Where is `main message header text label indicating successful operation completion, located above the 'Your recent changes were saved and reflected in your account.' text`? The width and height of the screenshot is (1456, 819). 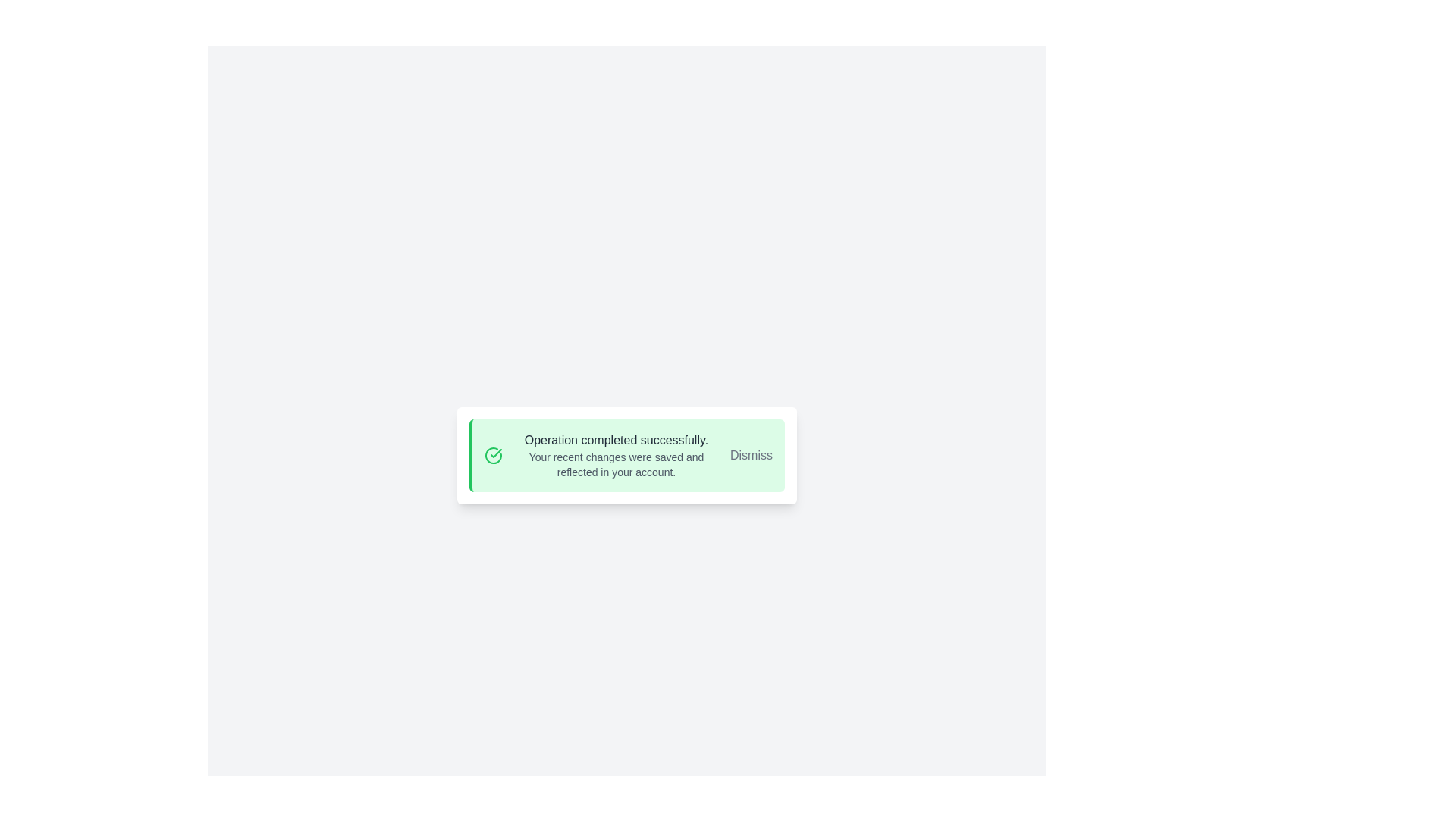 main message header text label indicating successful operation completion, located above the 'Your recent changes were saved and reflected in your account.' text is located at coordinates (616, 441).